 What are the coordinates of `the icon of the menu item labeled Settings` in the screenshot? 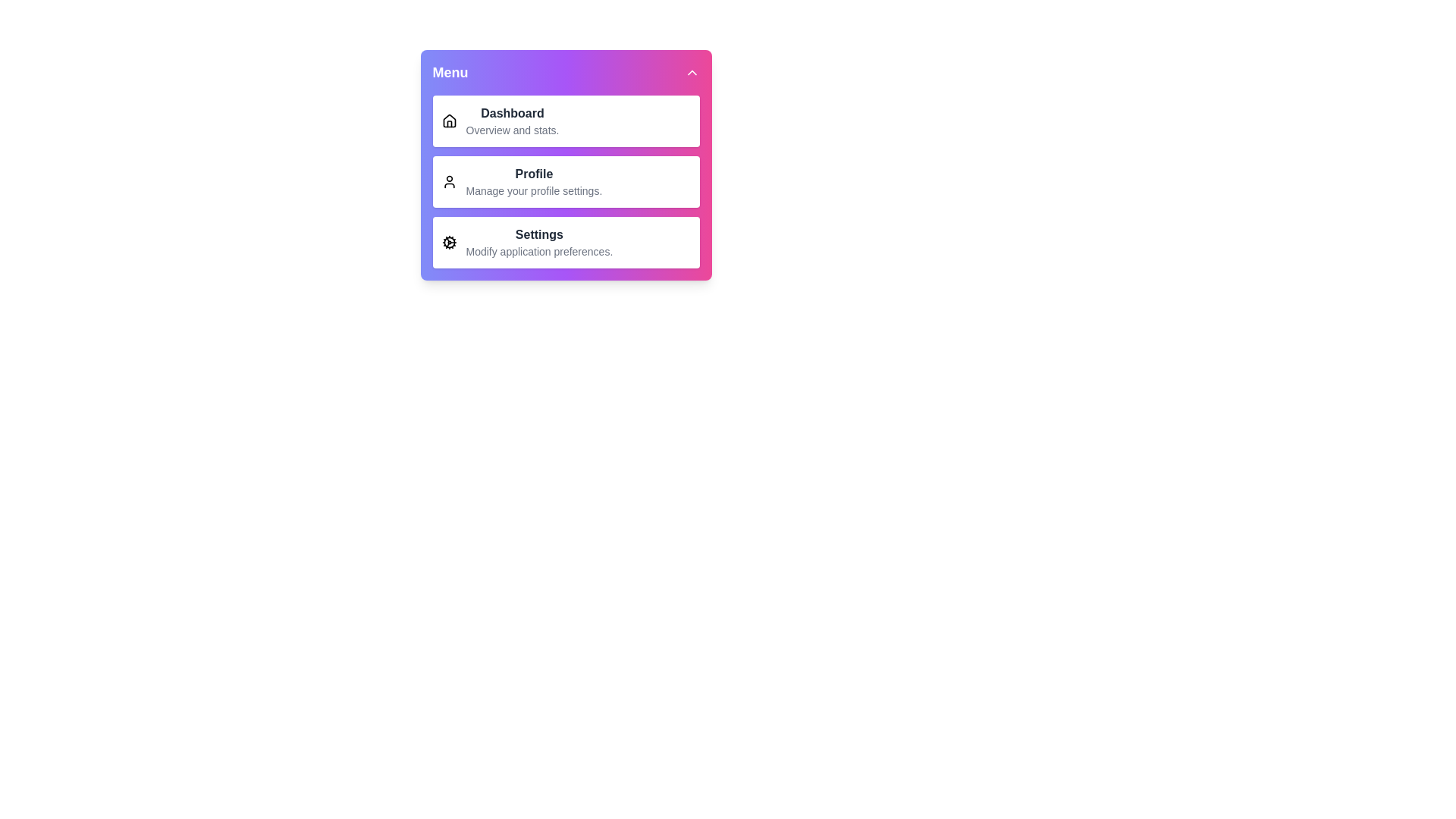 It's located at (448, 242).